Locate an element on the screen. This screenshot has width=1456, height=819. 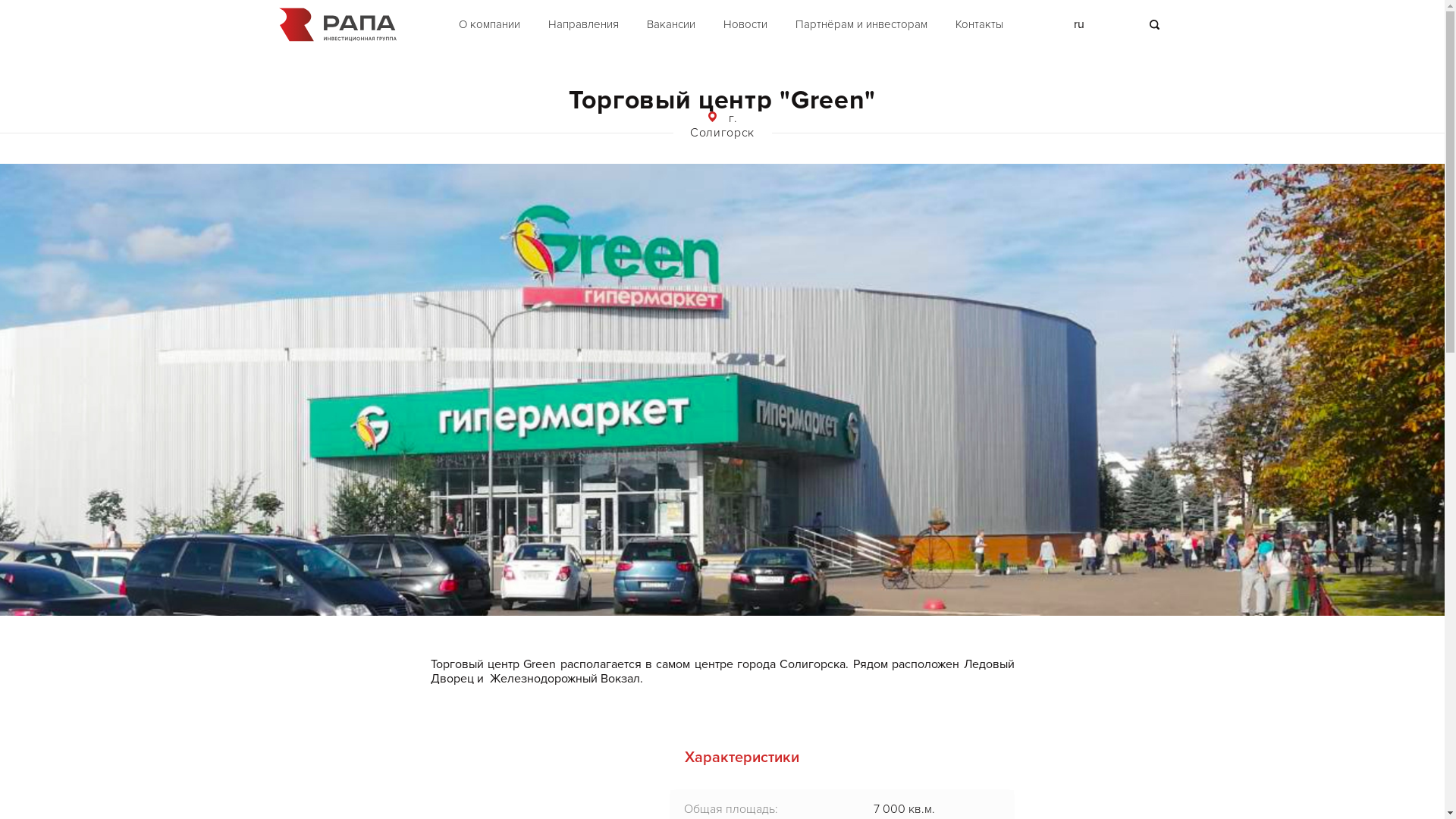
'ru' is located at coordinates (1078, 24).